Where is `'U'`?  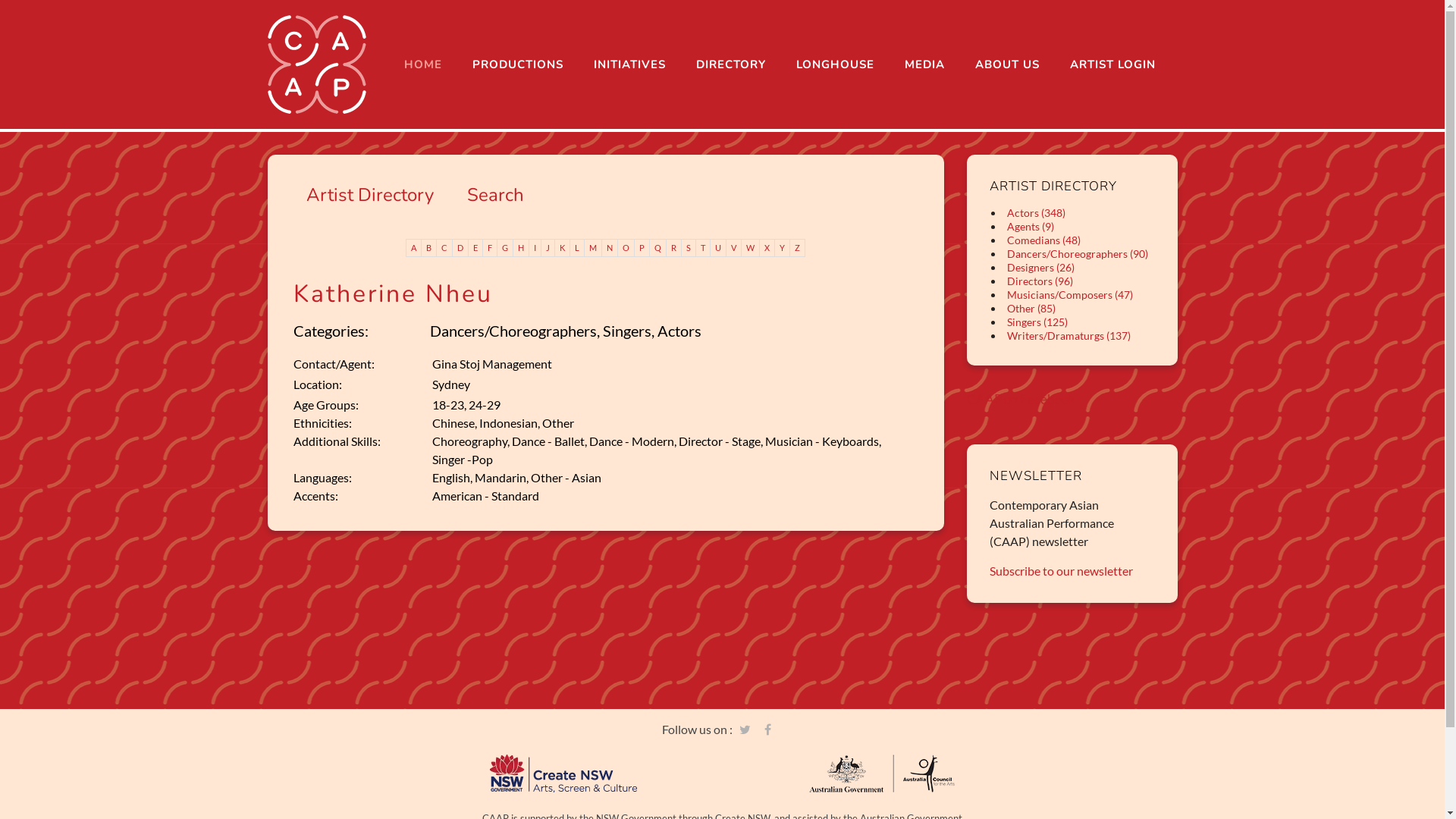
'U' is located at coordinates (717, 247).